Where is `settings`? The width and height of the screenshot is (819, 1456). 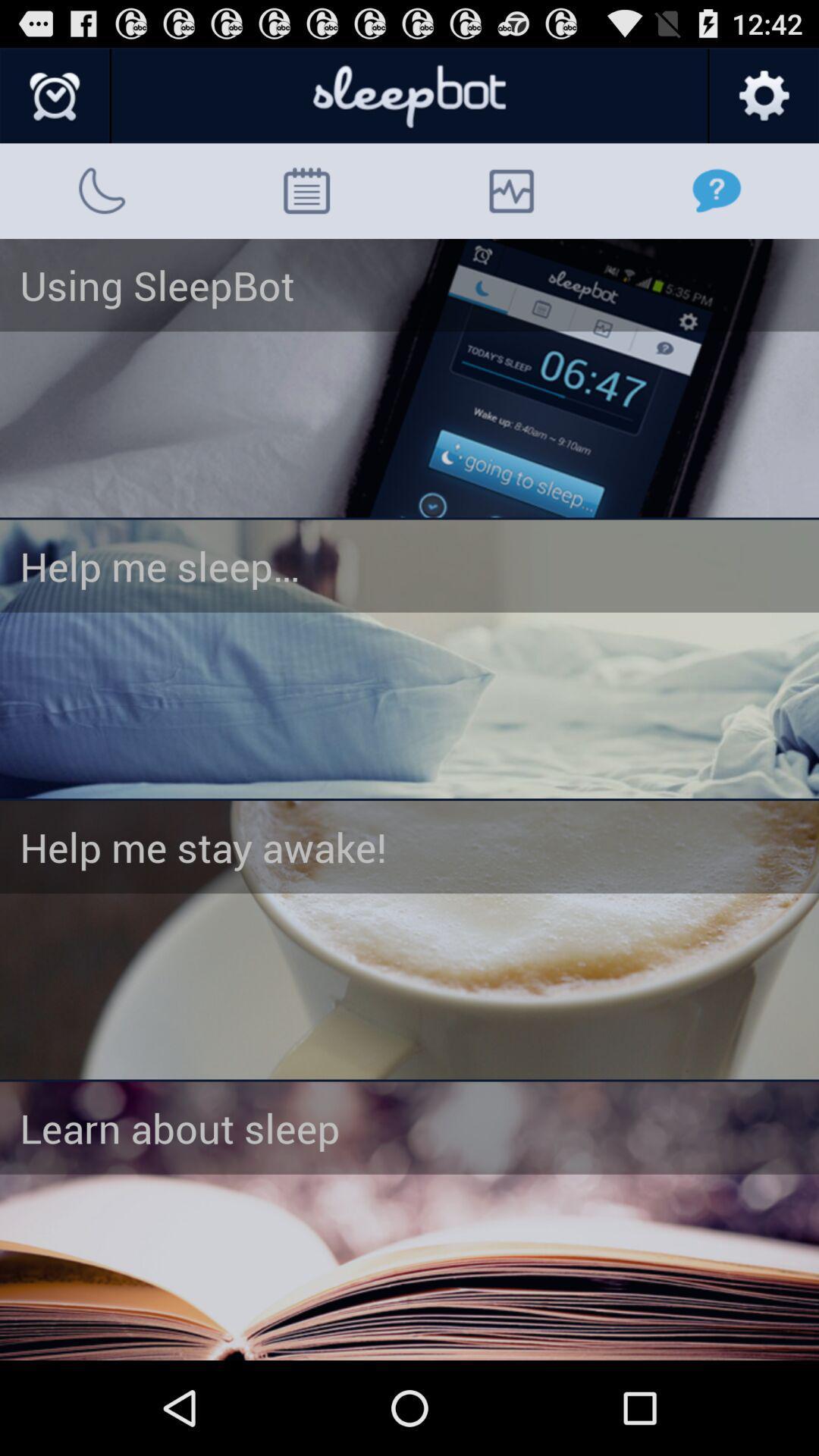
settings is located at coordinates (763, 96).